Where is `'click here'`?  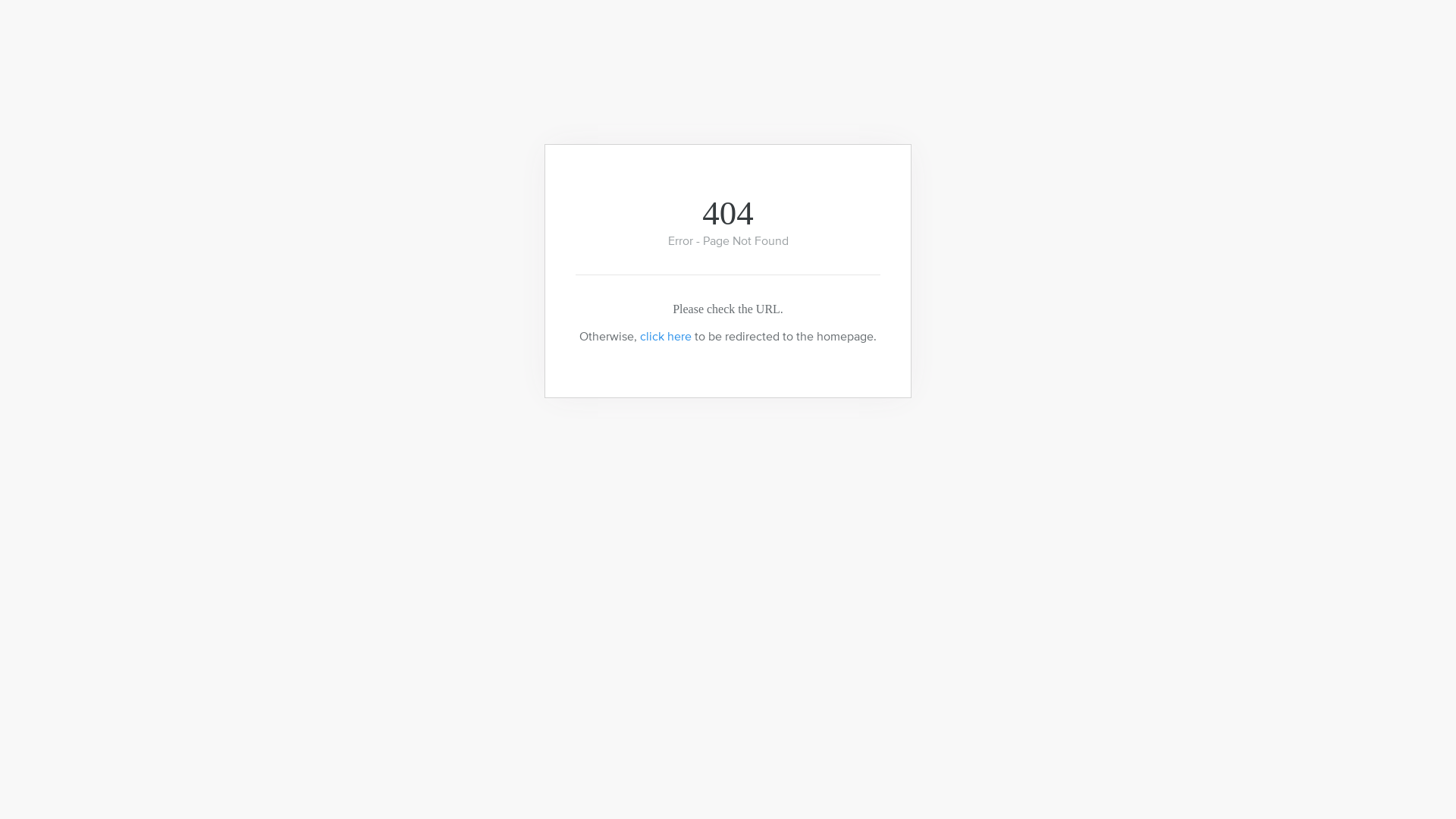
'click here' is located at coordinates (666, 335).